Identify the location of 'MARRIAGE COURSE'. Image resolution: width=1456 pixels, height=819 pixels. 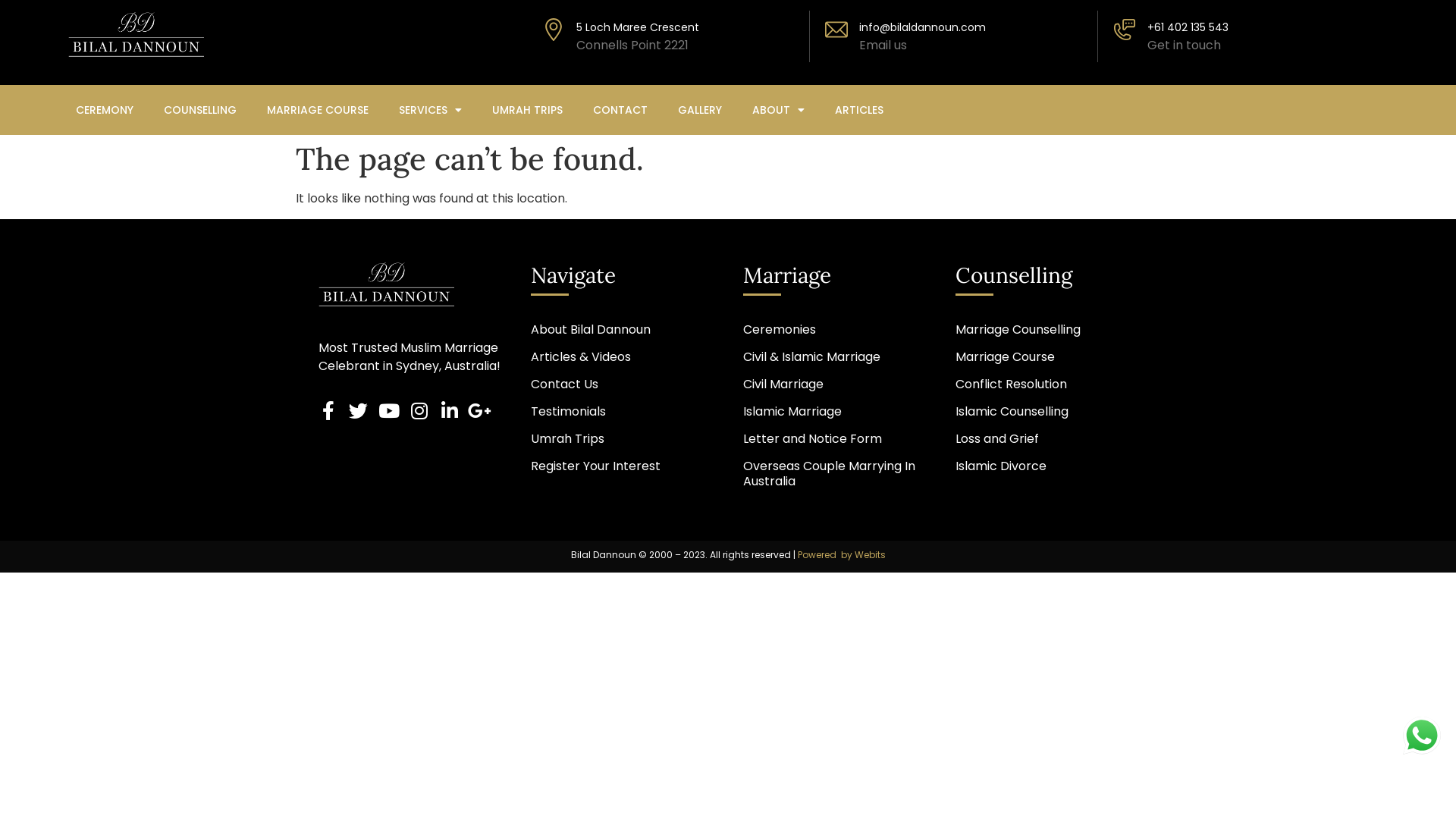
(316, 109).